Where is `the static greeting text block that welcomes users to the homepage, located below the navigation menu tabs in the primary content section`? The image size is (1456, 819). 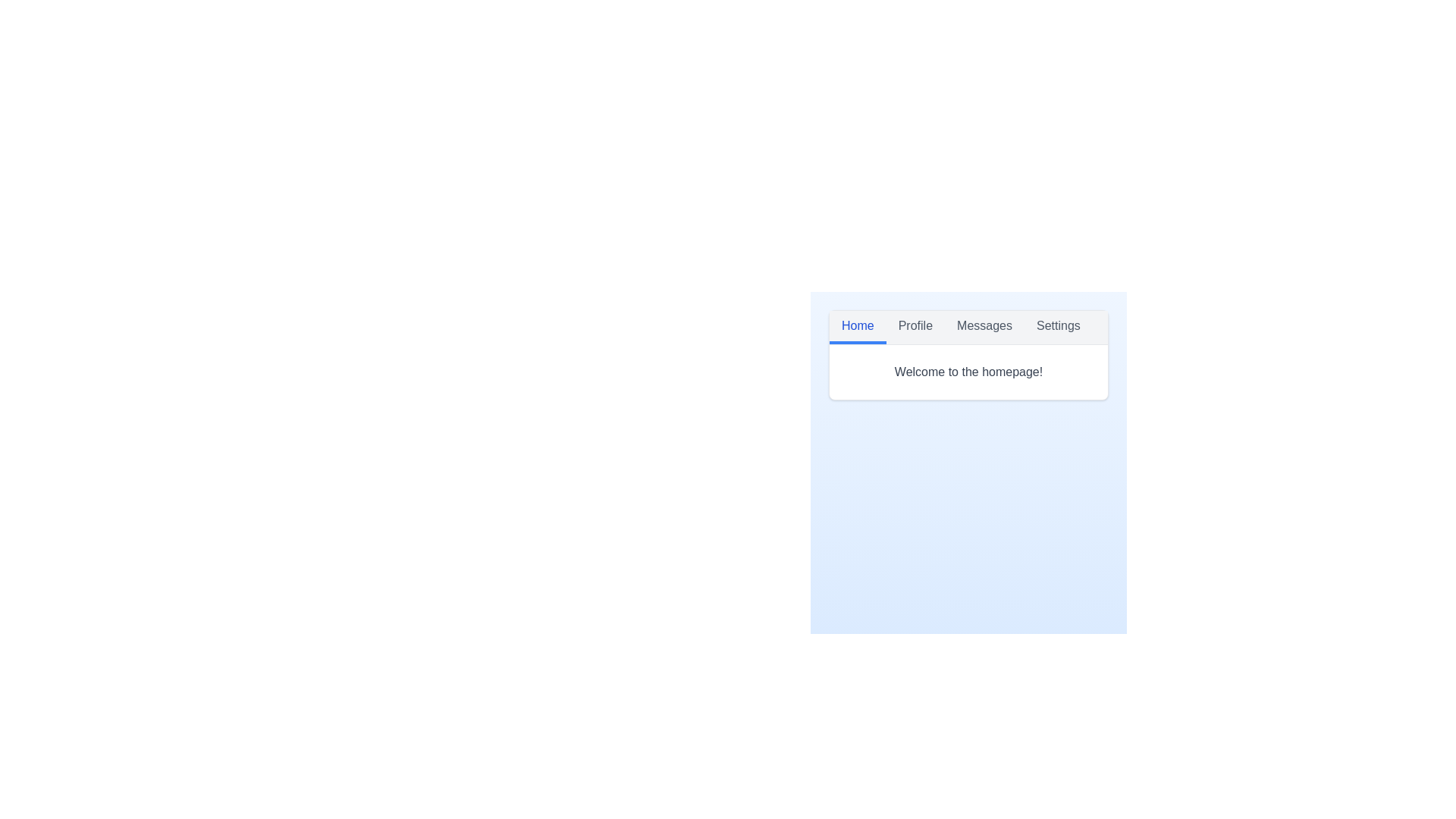 the static greeting text block that welcomes users to the homepage, located below the navigation menu tabs in the primary content section is located at coordinates (968, 372).